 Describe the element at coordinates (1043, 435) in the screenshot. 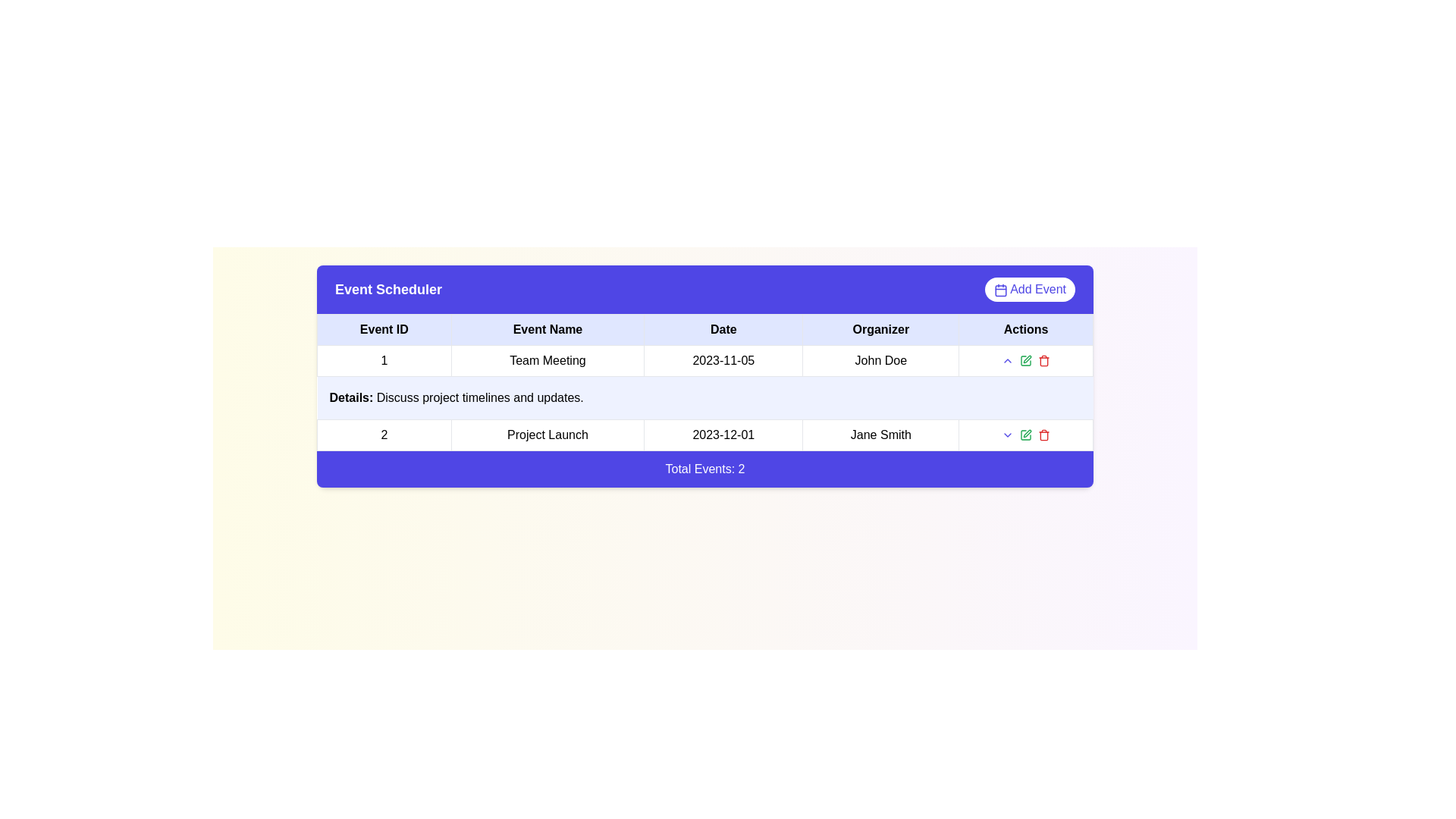

I see `the trash bin icon located in the 'Actions' column of the 'Project Launch' event row` at that location.